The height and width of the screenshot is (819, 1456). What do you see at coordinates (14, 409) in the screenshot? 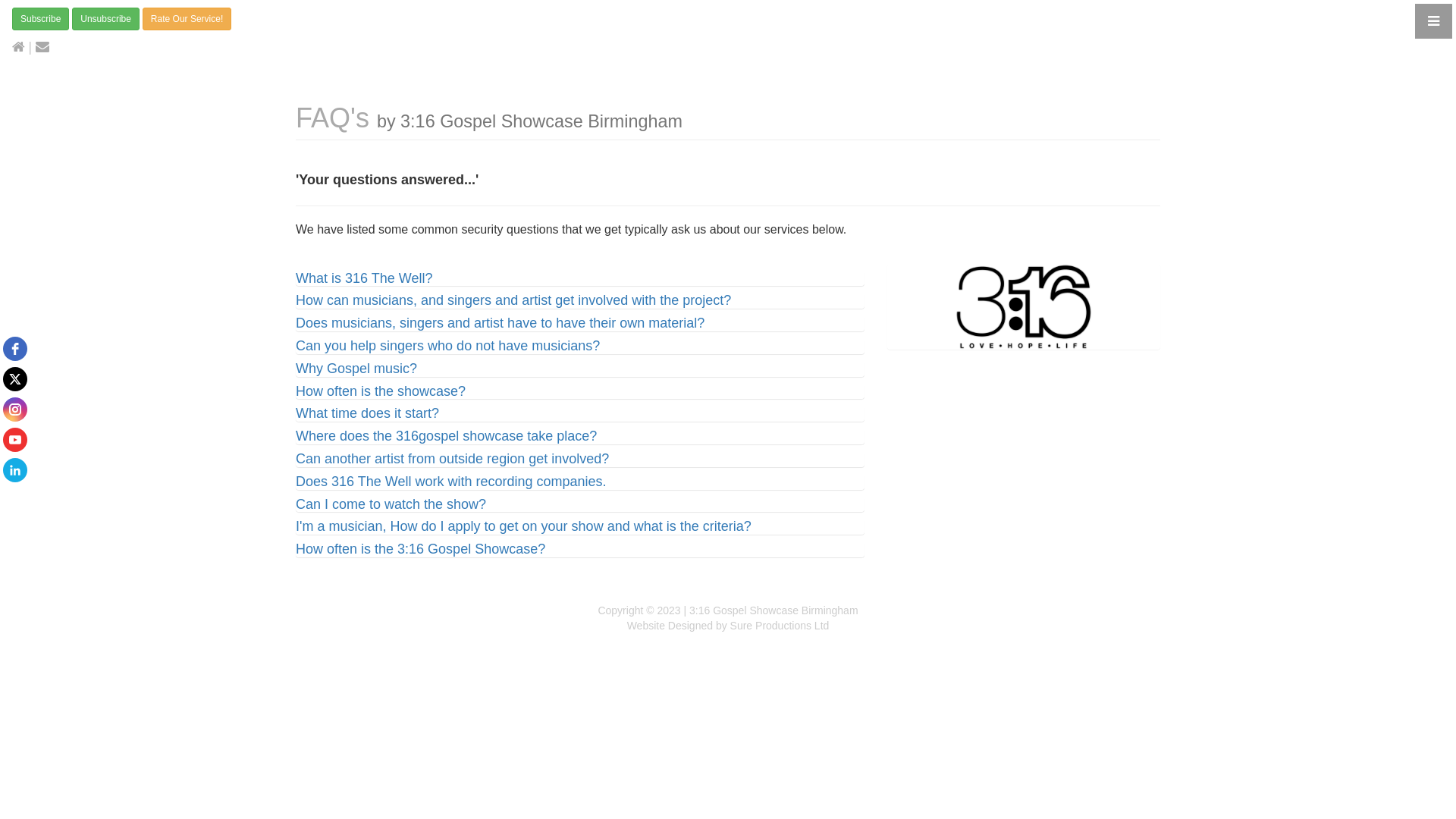
I see `'Instagram'` at bounding box center [14, 409].